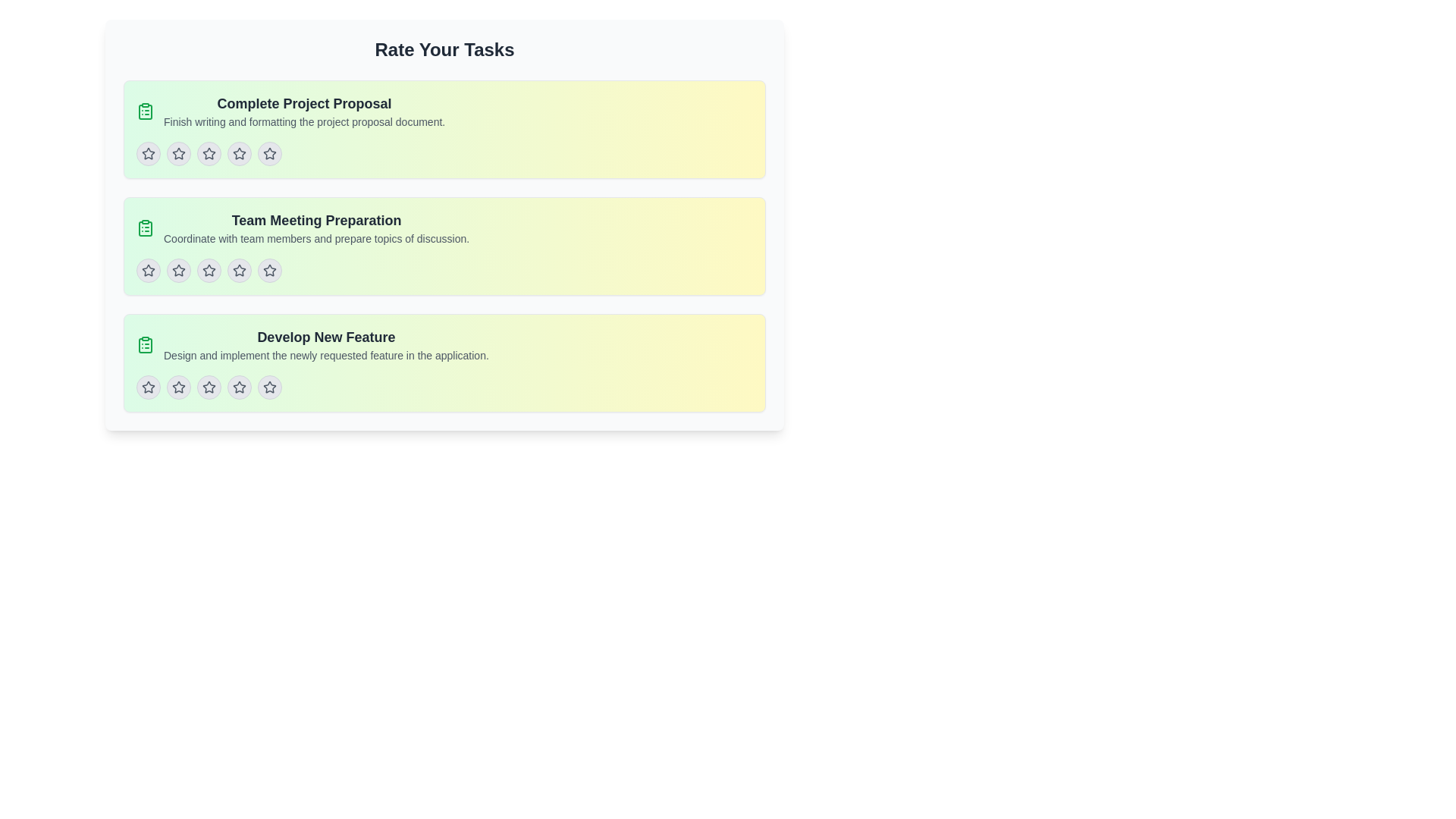  Describe the element at coordinates (269, 154) in the screenshot. I see `the 5th star rating button in the 'Complete Project Proposal' section` at that location.